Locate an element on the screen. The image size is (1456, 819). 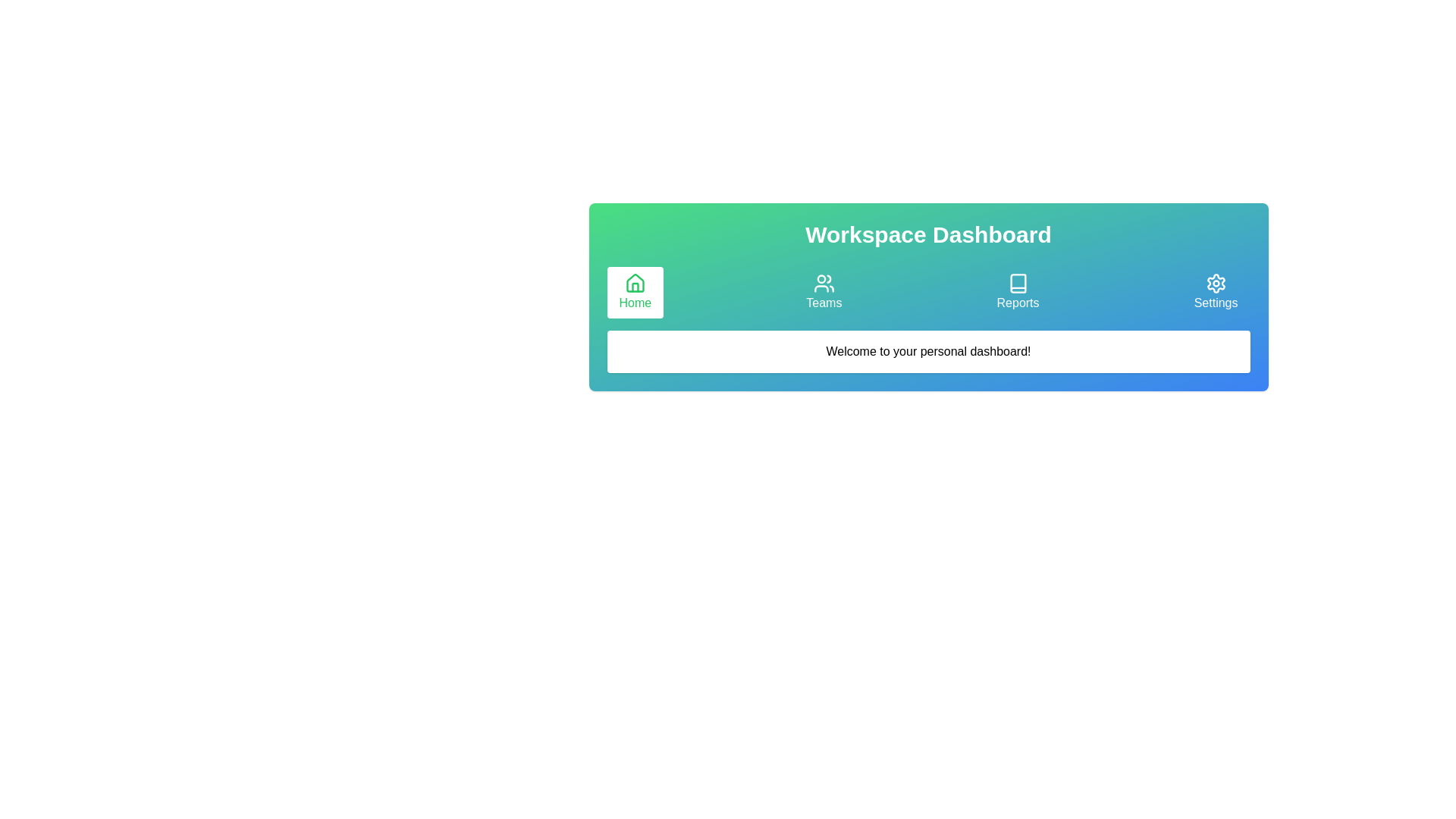
the gear-shaped icon in the top-right corner of the navigation bar is located at coordinates (1216, 284).